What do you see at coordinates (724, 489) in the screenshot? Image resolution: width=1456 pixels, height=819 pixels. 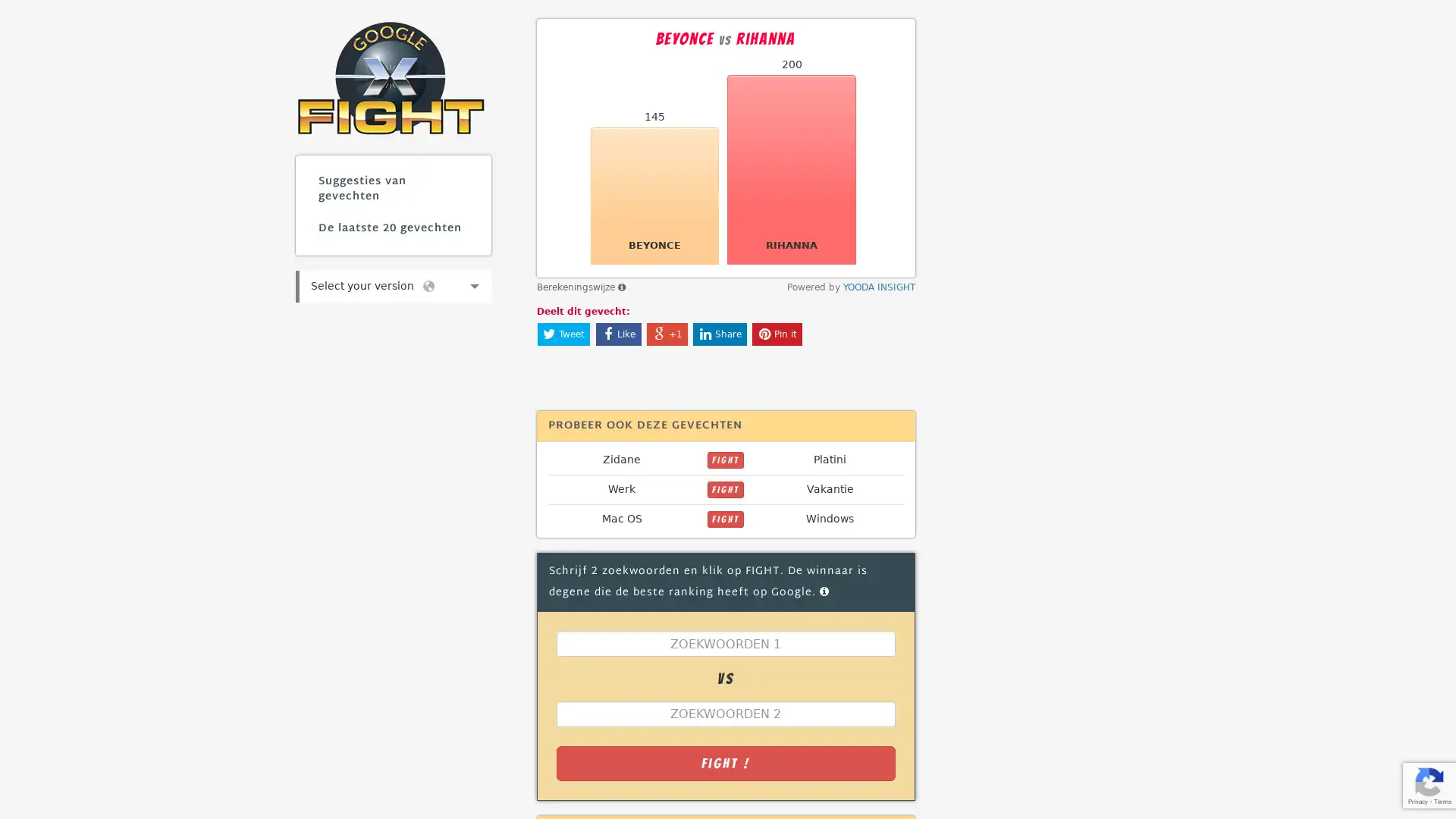 I see `FIGHT` at bounding box center [724, 489].